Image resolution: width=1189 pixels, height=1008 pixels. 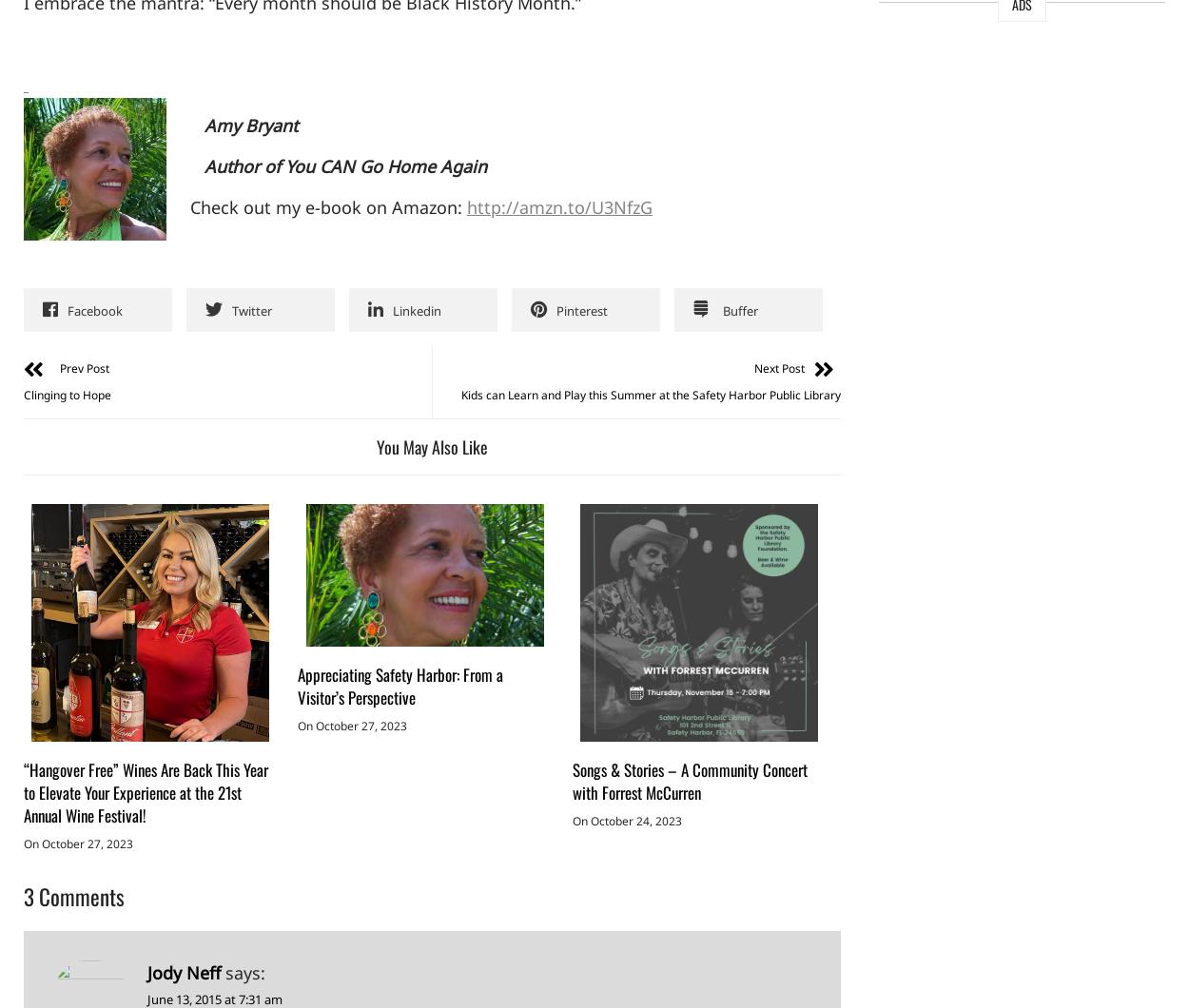 I want to click on '“Hangover Free” Wines Are Back This Year to Elevate Your Experience at the 21st Annual Wine Festival!', so click(x=146, y=792).